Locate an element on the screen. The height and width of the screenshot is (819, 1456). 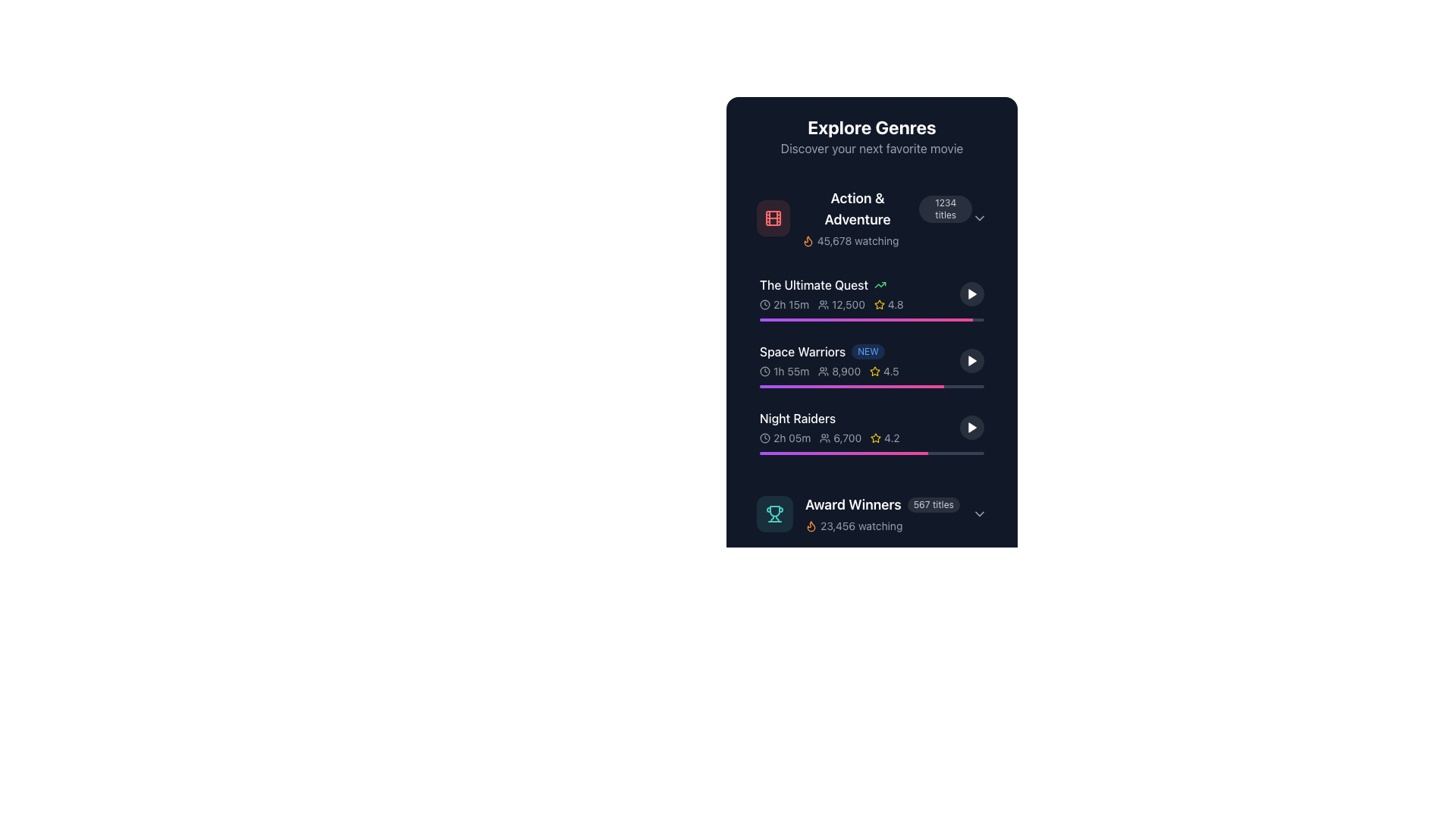
the group icon, which is a light gray SVG element depicting a group of people, positioned to the left of the numerical text '12,500' in the second section titled 'The Ultimate Quest' is located at coordinates (823, 304).